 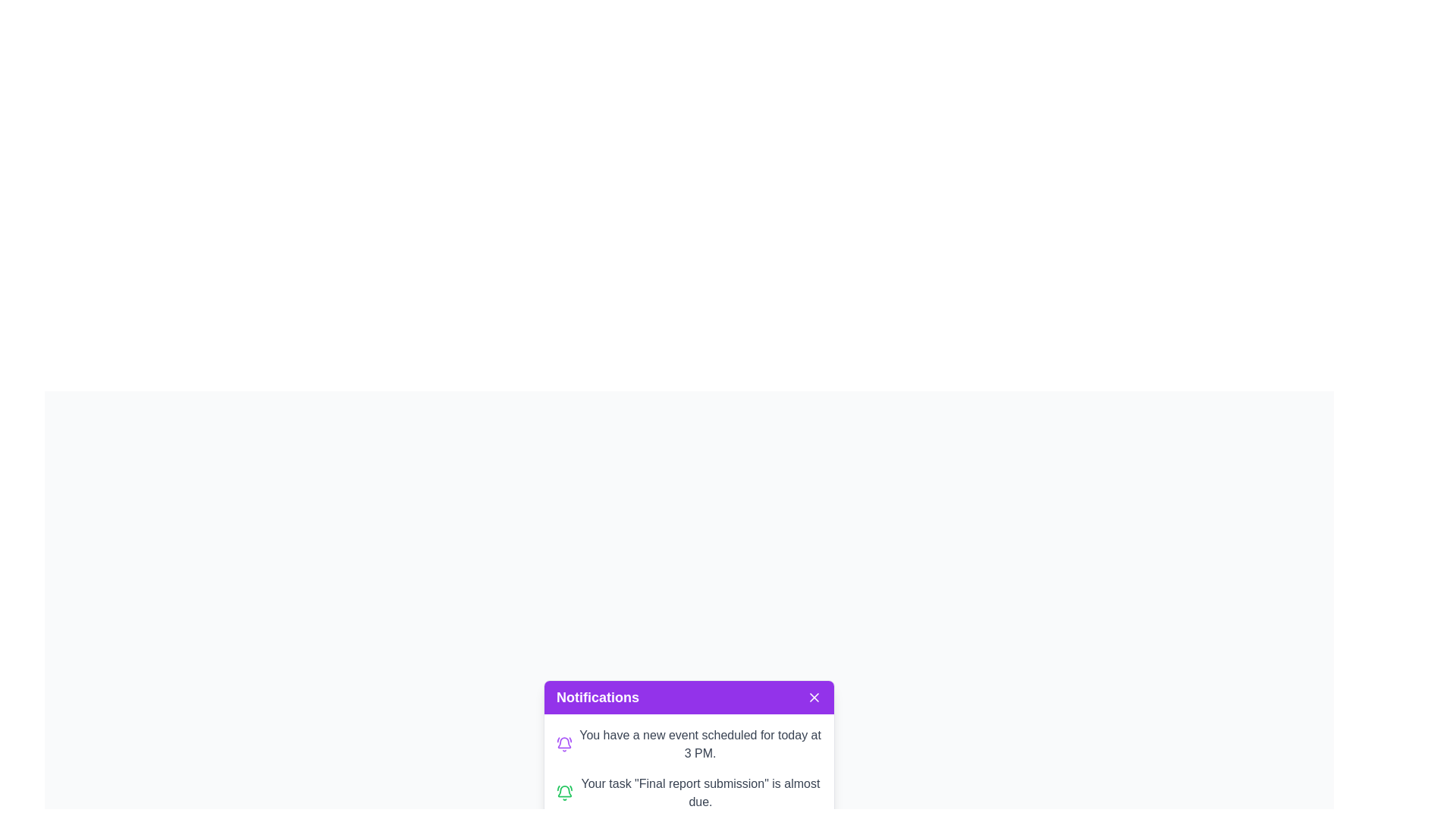 What do you see at coordinates (699, 792) in the screenshot?
I see `the text block displaying the message 'Your task "Final report submission" is almost due.' which is the second notification in the popup` at bounding box center [699, 792].